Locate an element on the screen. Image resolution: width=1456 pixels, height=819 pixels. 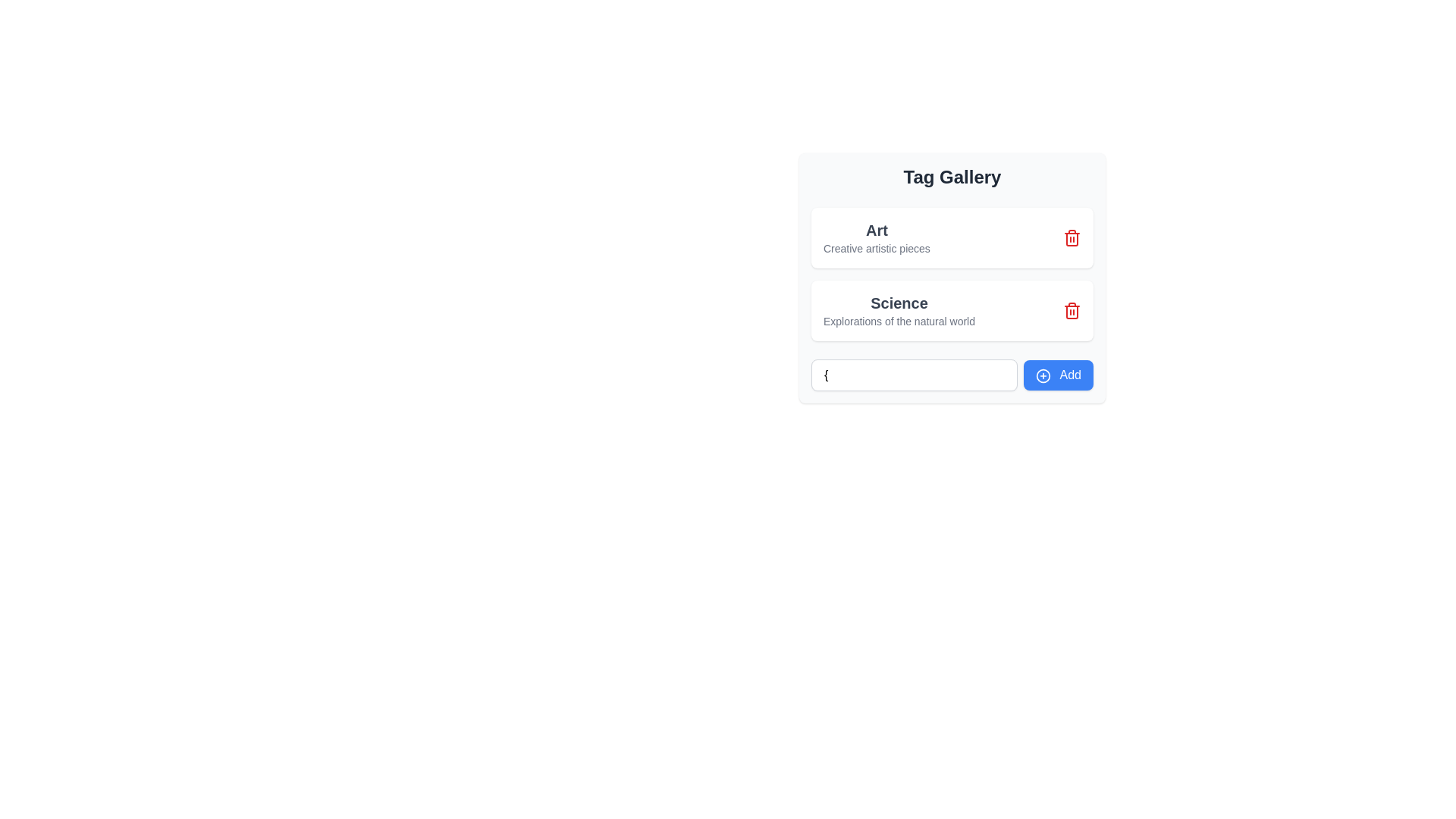
the 'Science' text label, which is styled in bold and larger font, located within a card structure above the smaller descriptive text 'Explorations of the natural world' is located at coordinates (899, 303).